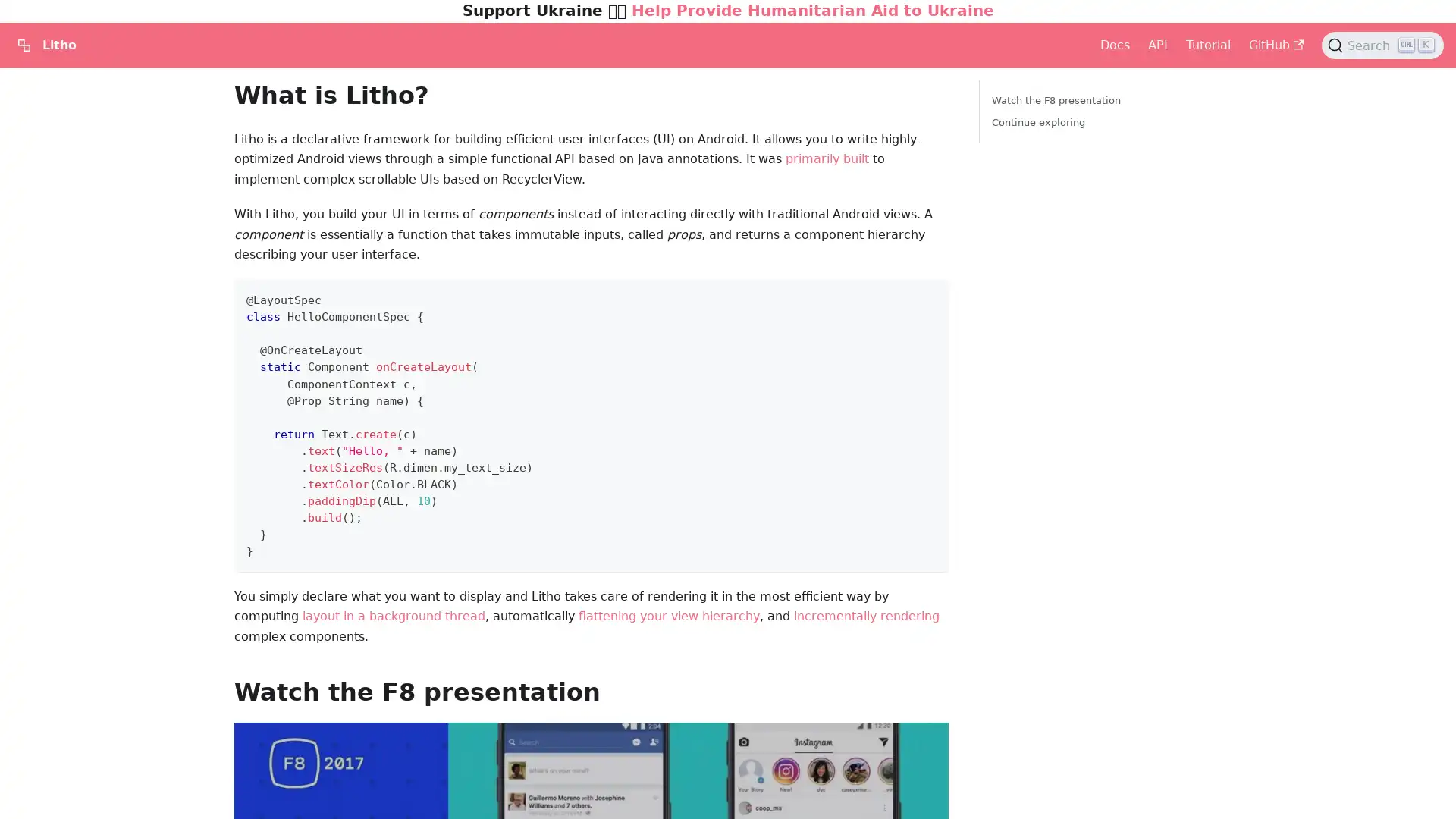 Image resolution: width=1456 pixels, height=819 pixels. What do you see at coordinates (1382, 45) in the screenshot?
I see `Search` at bounding box center [1382, 45].